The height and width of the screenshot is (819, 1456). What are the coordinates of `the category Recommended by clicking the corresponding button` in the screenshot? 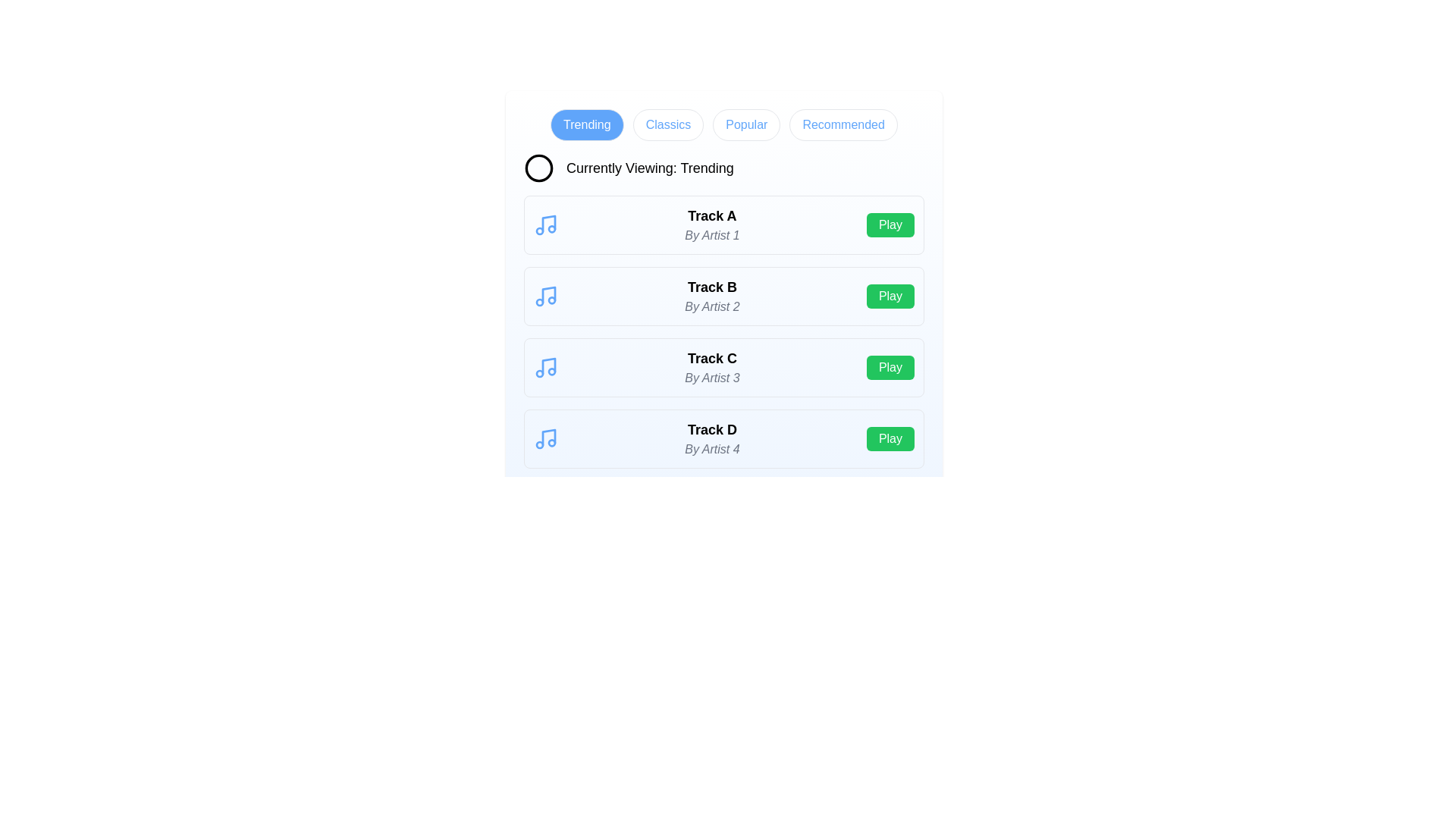 It's located at (843, 124).